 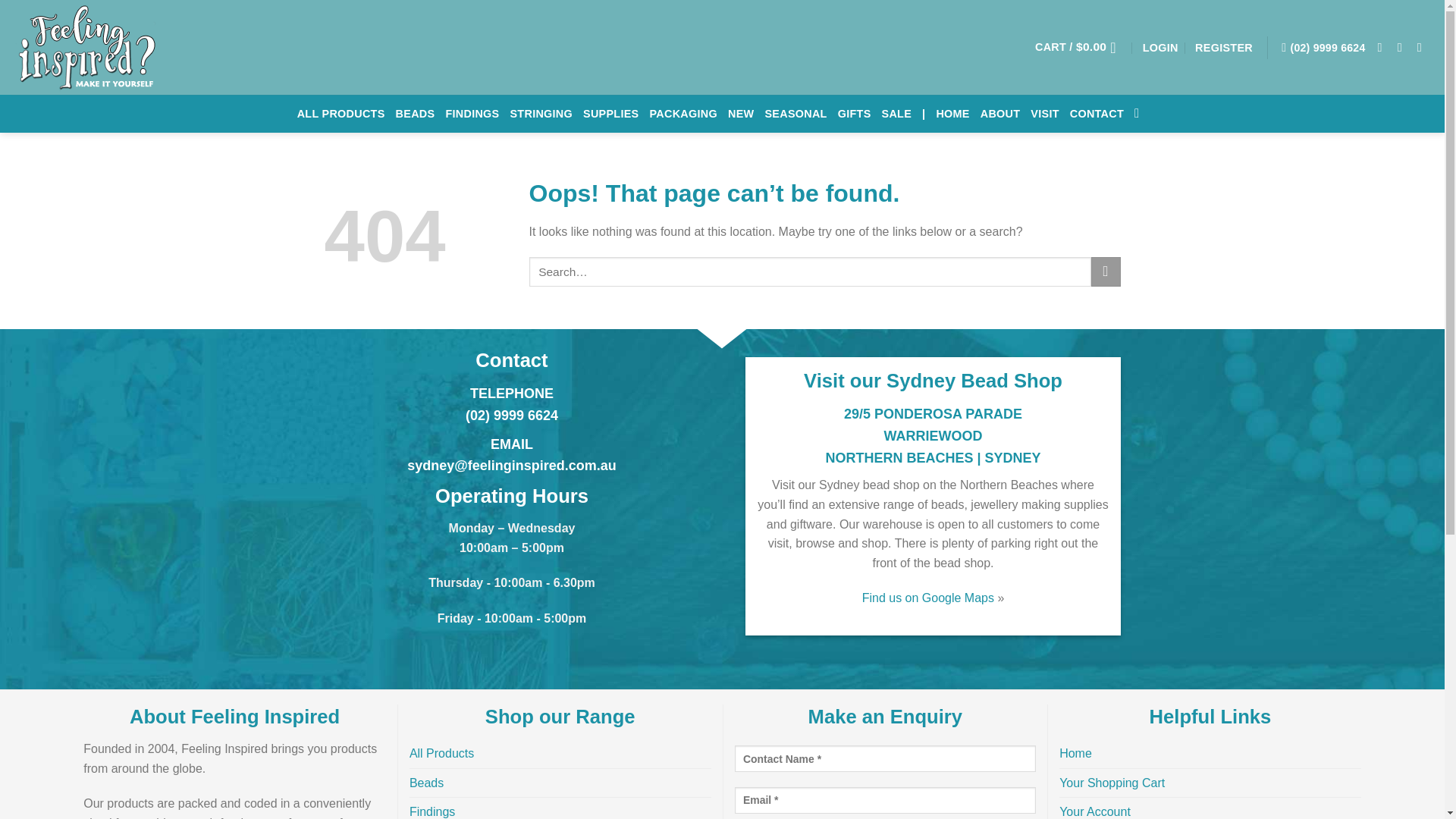 I want to click on '|', so click(x=921, y=113).